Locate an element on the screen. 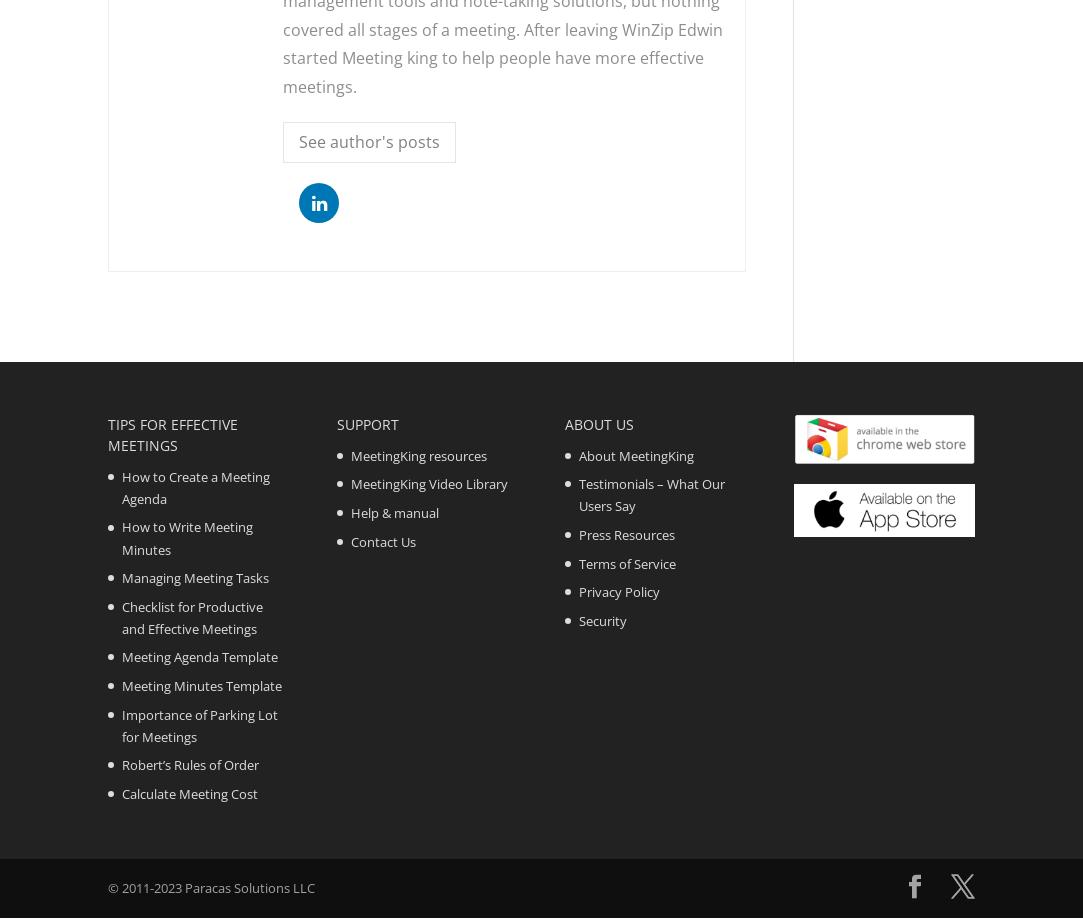 The height and width of the screenshot is (919, 1083). 'Security' is located at coordinates (603, 619).